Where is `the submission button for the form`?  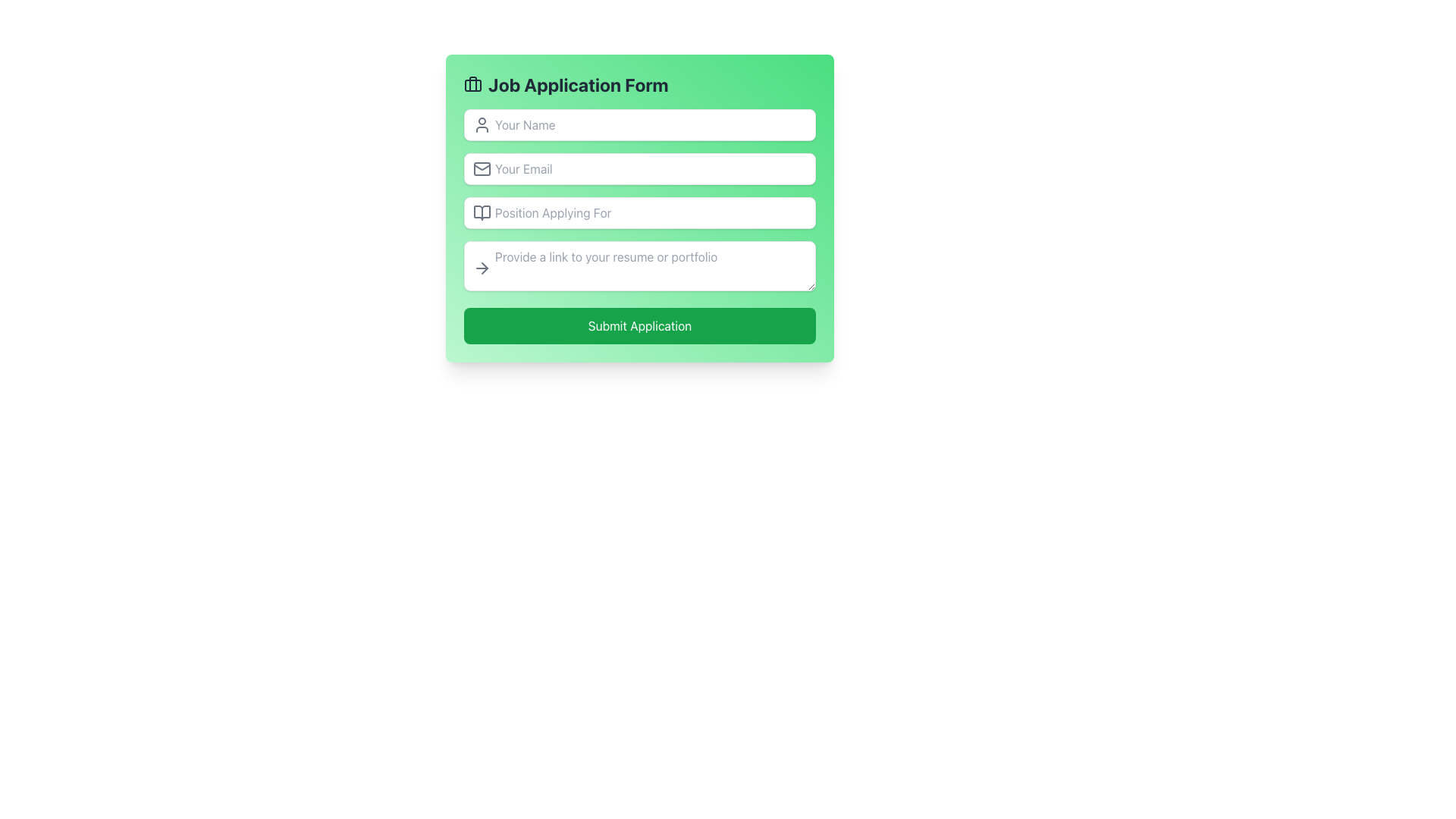 the submission button for the form is located at coordinates (640, 325).